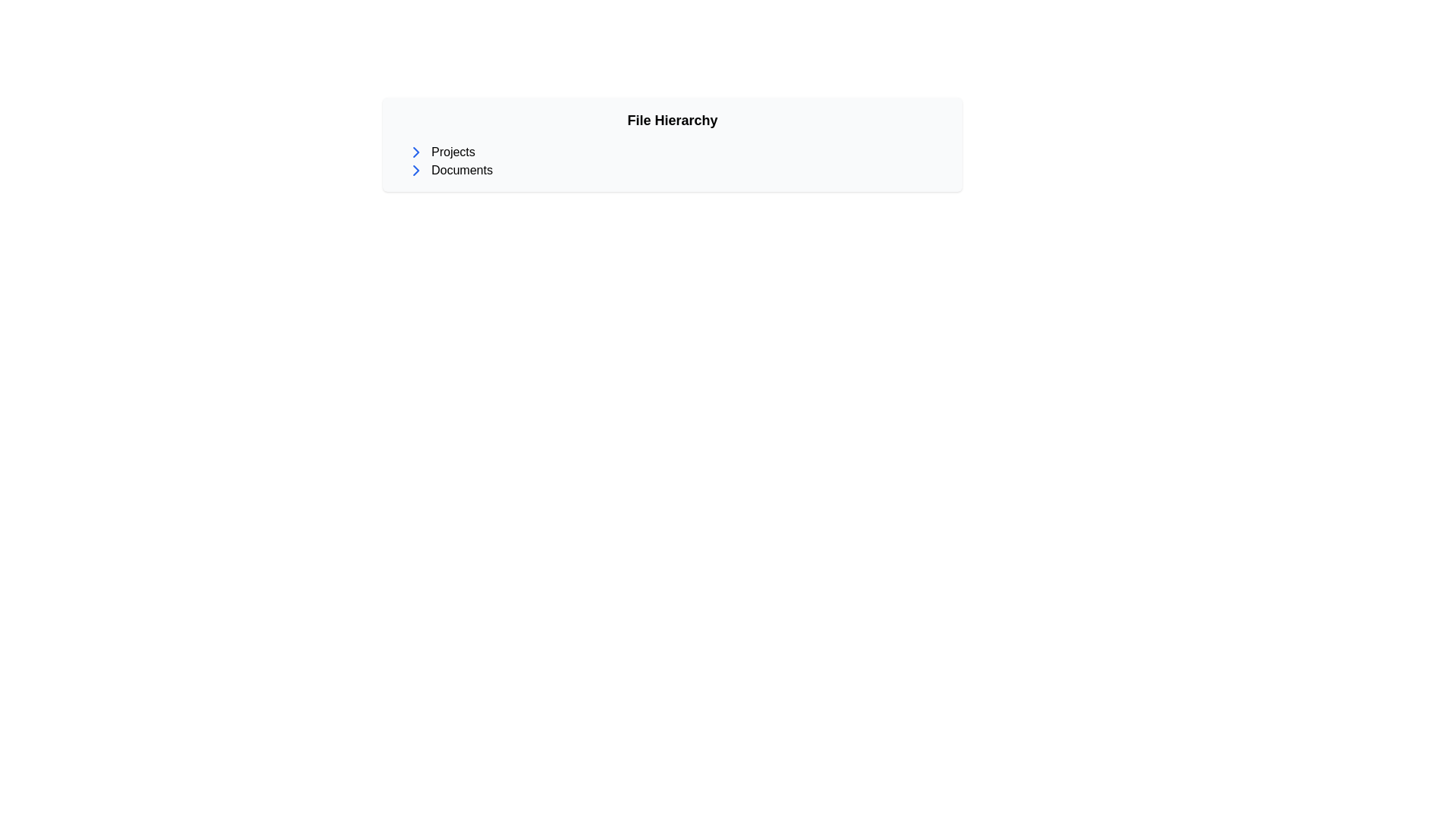 This screenshot has height=819, width=1456. What do you see at coordinates (416, 152) in the screenshot?
I see `the icon located to the immediate left of the 'Projects' label in the 'File Hierarchy' section` at bounding box center [416, 152].